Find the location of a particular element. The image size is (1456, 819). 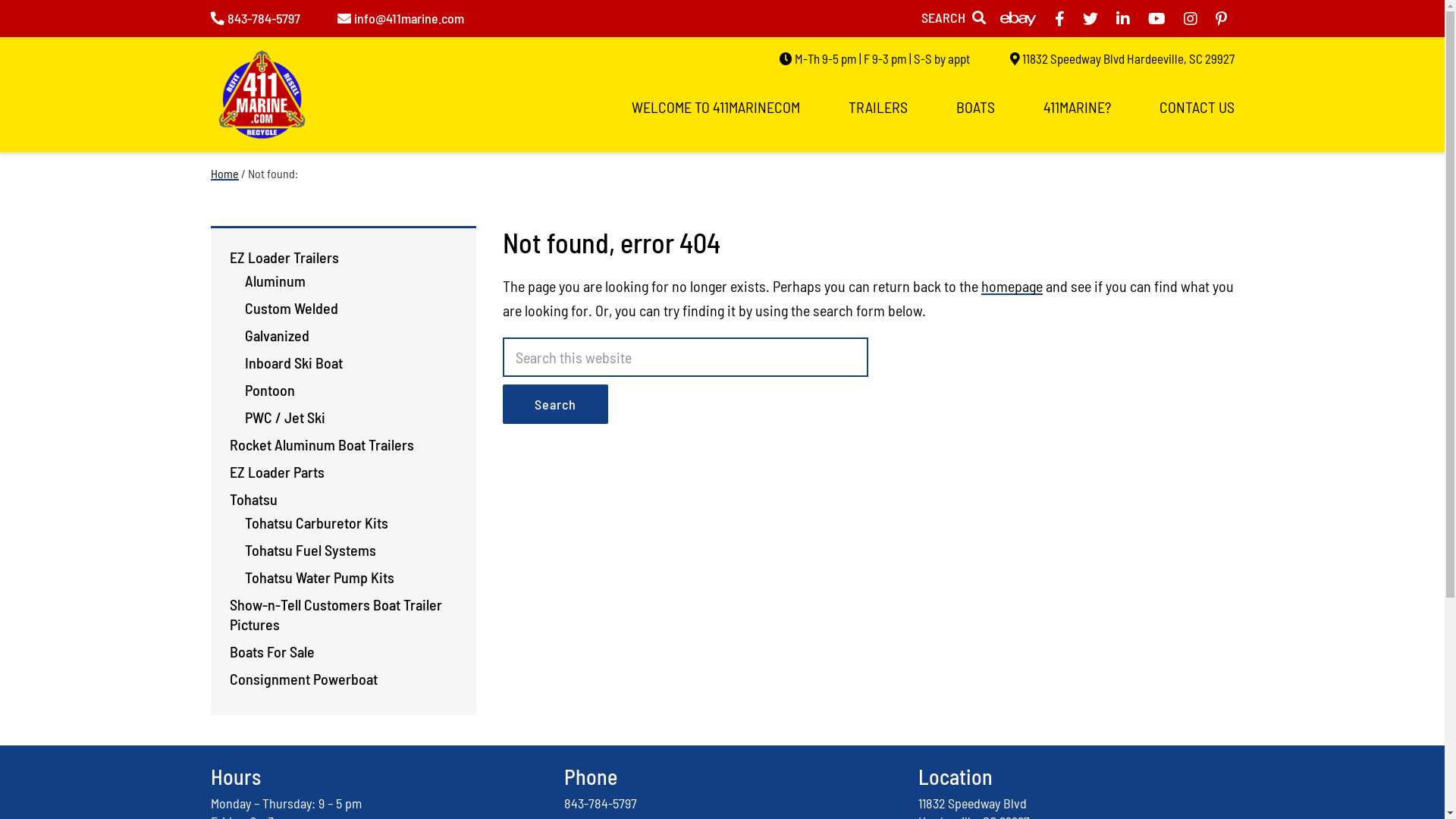

'Consignment Powerboat' is located at coordinates (303, 677).